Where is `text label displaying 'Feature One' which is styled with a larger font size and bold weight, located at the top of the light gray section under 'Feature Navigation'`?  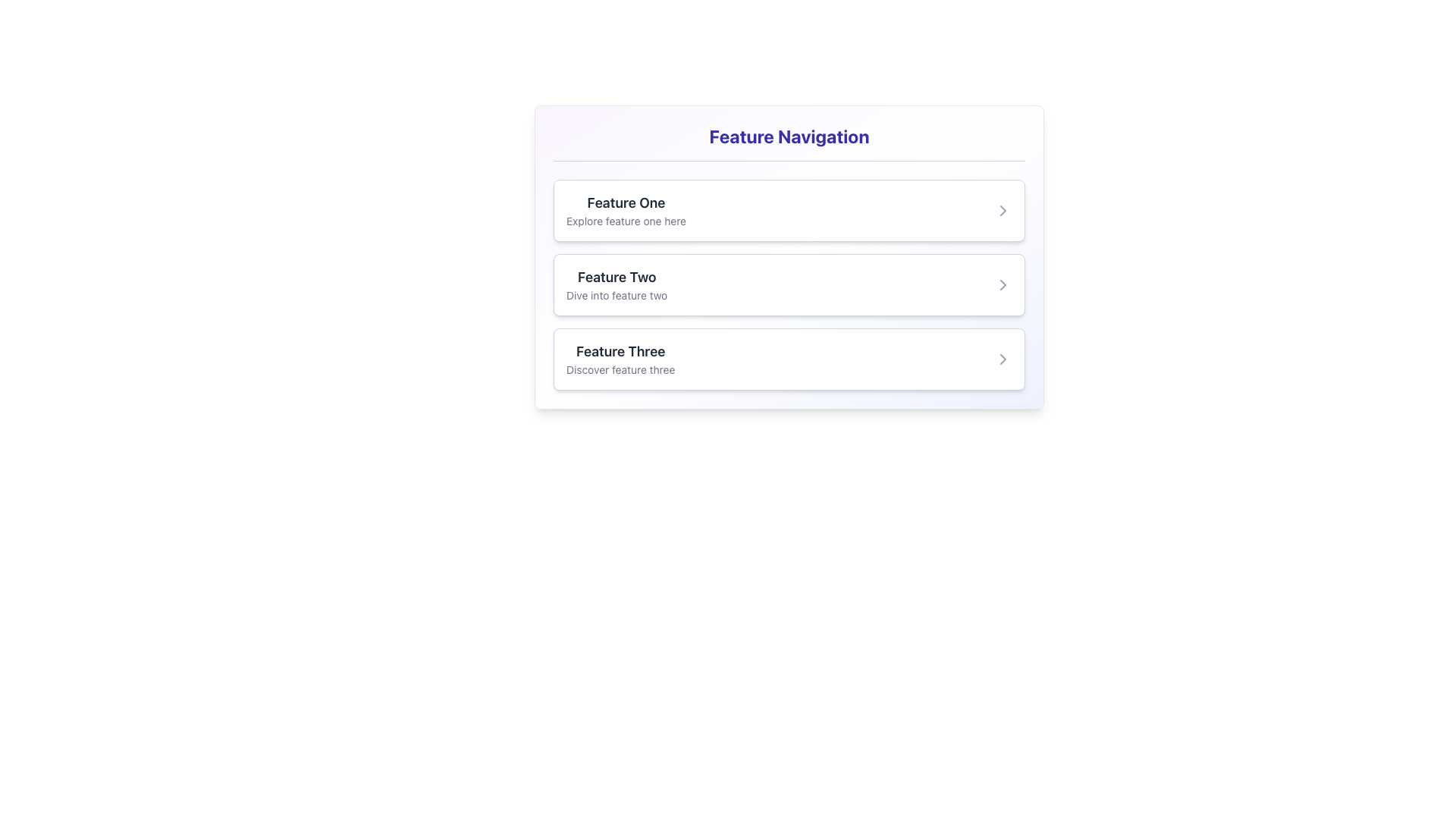 text label displaying 'Feature One' which is styled with a larger font size and bold weight, located at the top of the light gray section under 'Feature Navigation' is located at coordinates (626, 202).